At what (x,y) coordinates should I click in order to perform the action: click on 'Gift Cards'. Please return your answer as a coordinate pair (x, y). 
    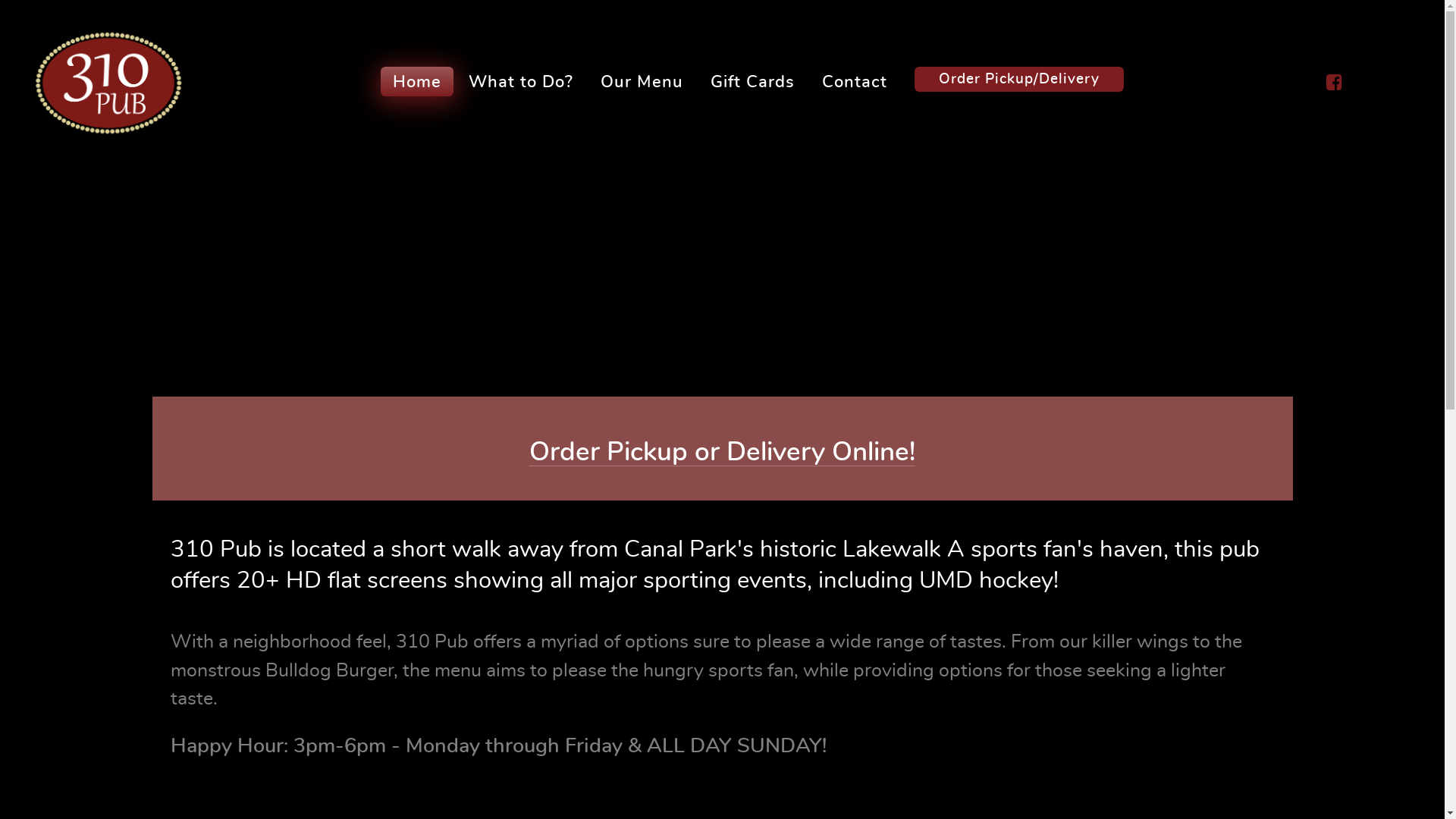
    Looking at the image, I should click on (752, 81).